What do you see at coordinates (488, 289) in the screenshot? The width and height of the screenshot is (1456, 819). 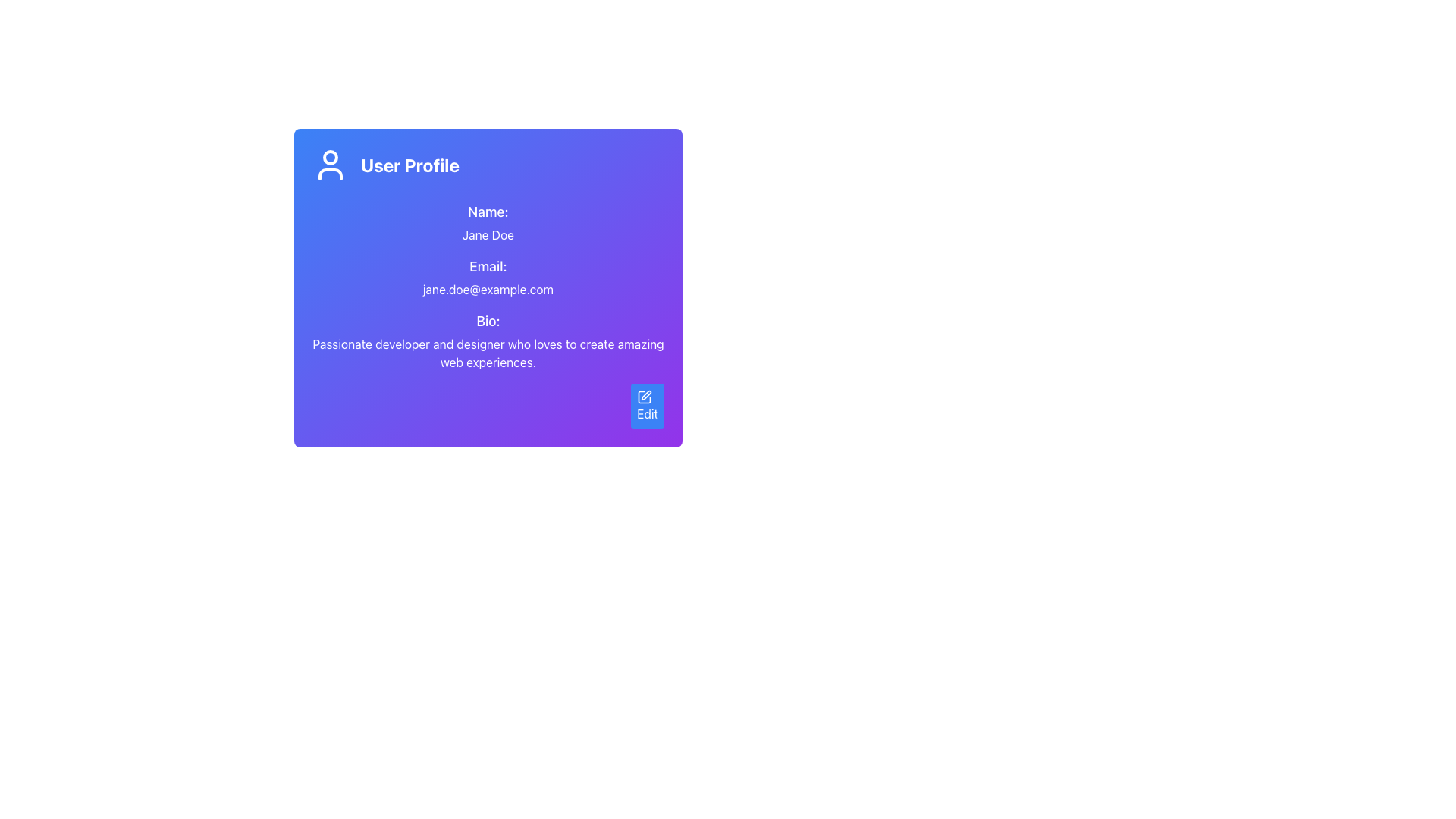 I see `the static text displaying the email address, which is located directly below the label 'Email:' in the user profile box on a gradient blue-purple background` at bounding box center [488, 289].